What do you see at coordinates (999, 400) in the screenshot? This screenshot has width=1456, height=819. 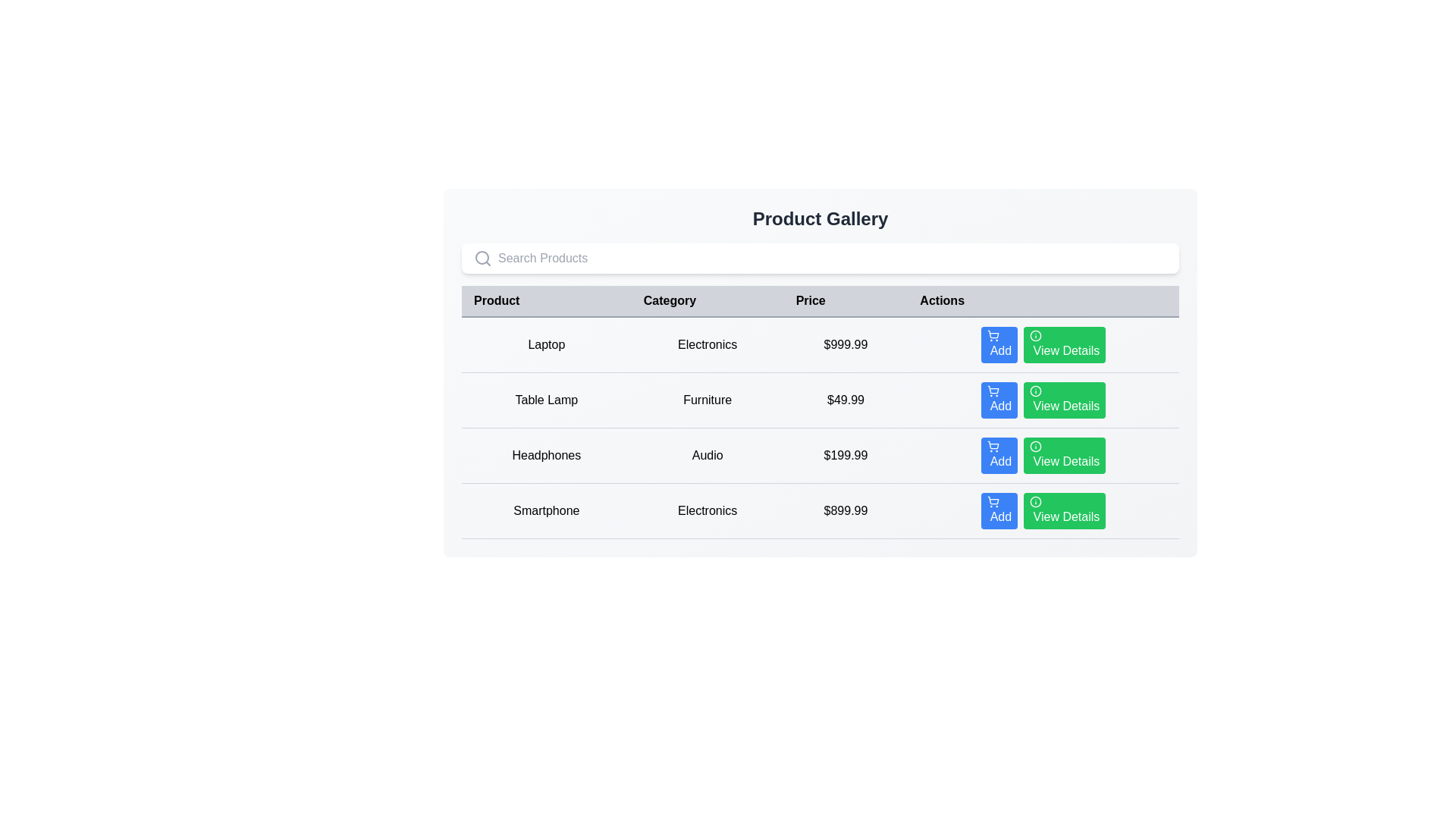 I see `the blue rectangular button labeled 'Add' with a shopping cart icon, located in the 'Actions' column of the row for the 'Table Lamp' product` at bounding box center [999, 400].